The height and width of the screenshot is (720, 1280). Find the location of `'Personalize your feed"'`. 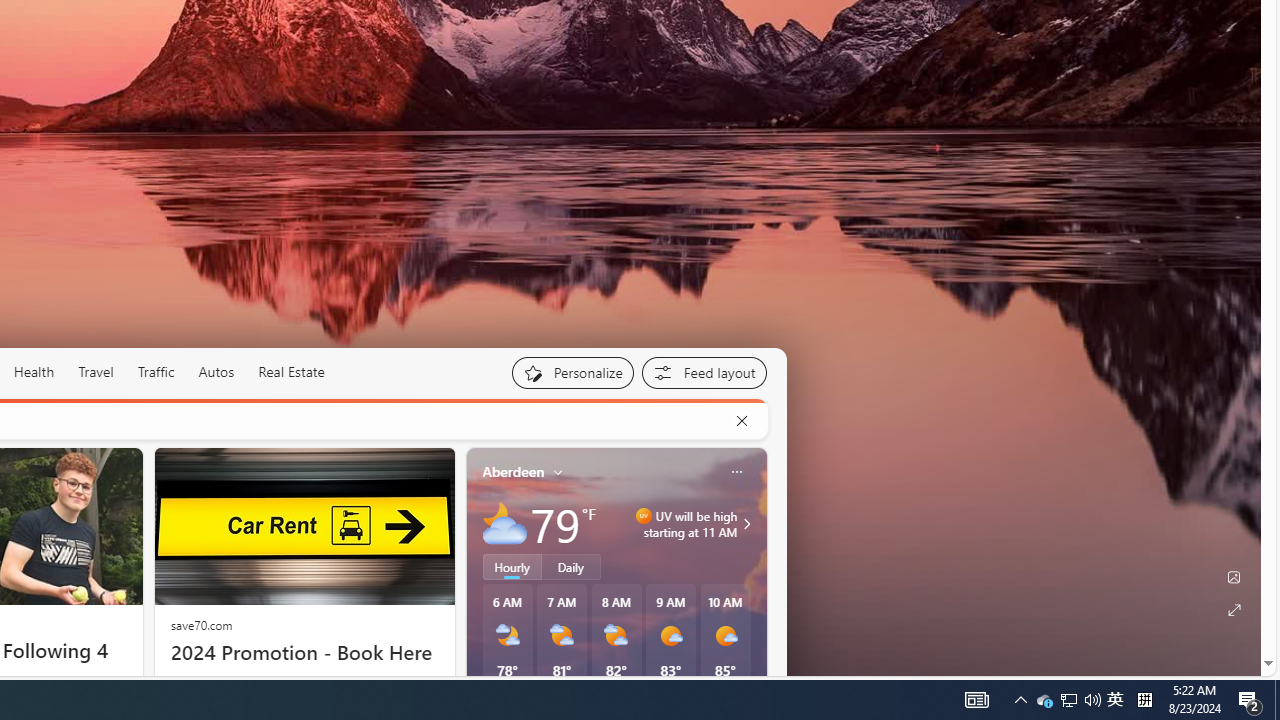

'Personalize your feed"' is located at coordinates (571, 372).